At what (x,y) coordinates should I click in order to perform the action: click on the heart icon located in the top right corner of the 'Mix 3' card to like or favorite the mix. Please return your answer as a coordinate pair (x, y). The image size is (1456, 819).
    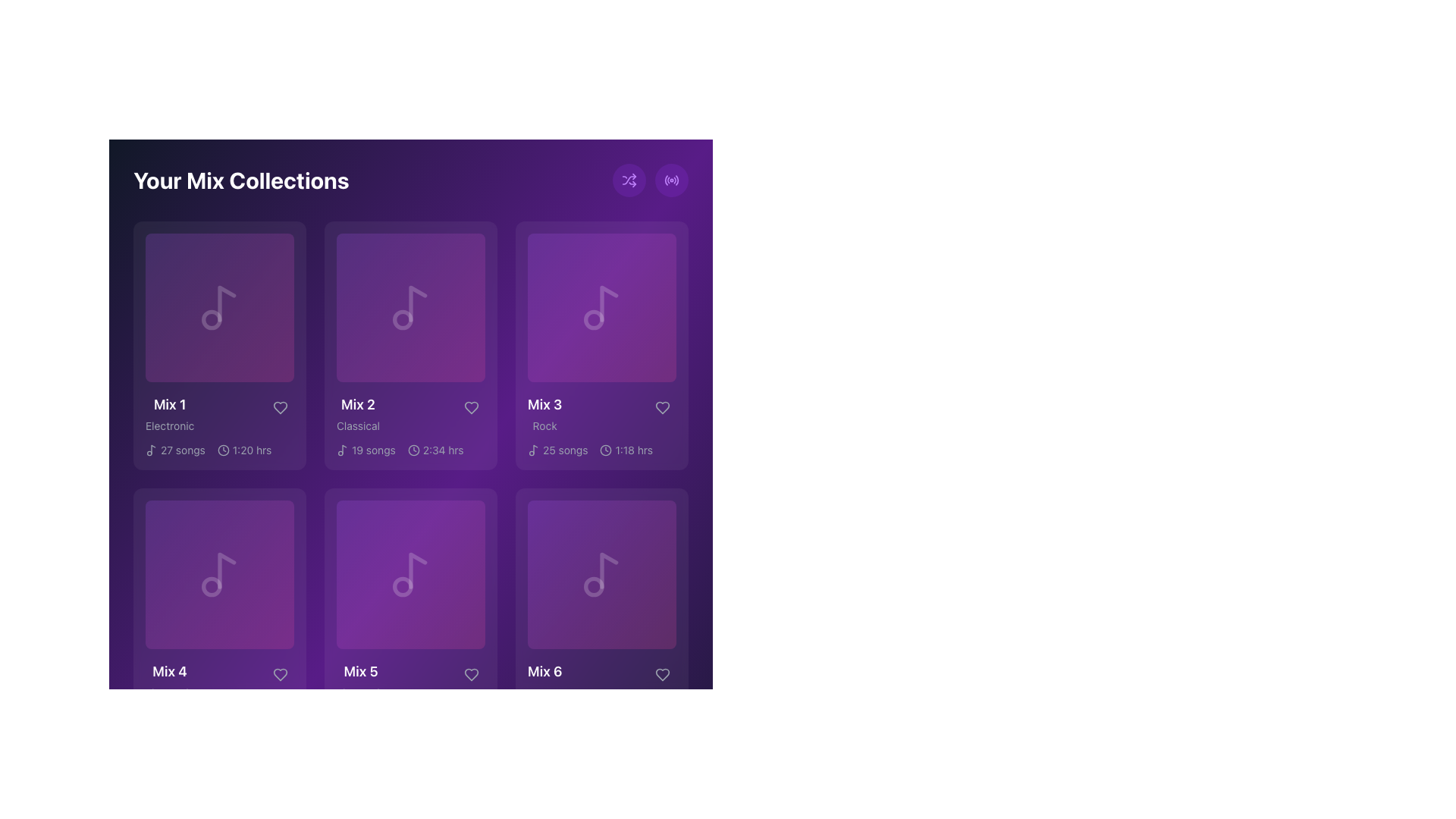
    Looking at the image, I should click on (662, 406).